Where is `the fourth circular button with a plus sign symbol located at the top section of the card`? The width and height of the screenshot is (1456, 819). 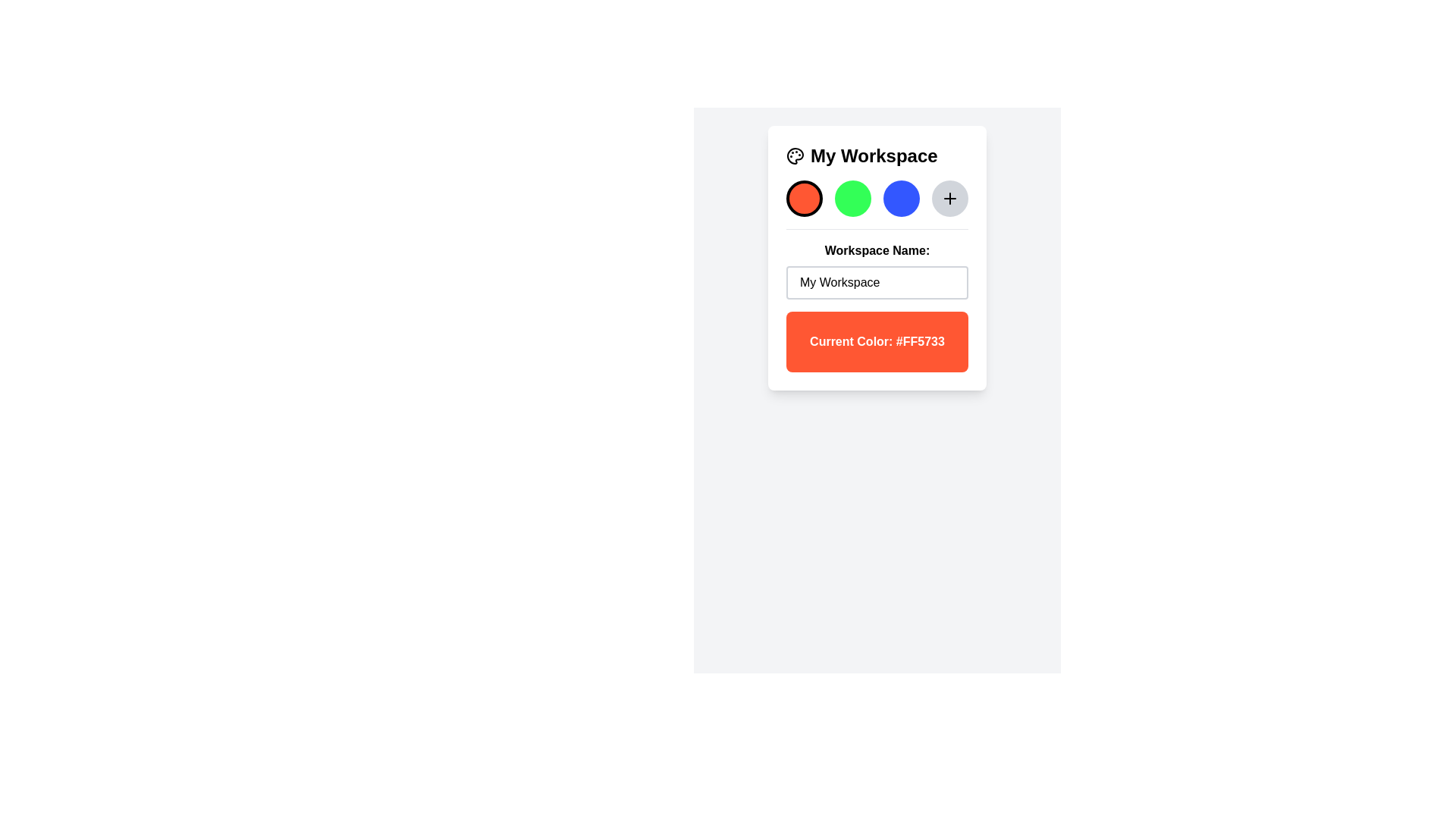
the fourth circular button with a plus sign symbol located at the top section of the card is located at coordinates (949, 198).